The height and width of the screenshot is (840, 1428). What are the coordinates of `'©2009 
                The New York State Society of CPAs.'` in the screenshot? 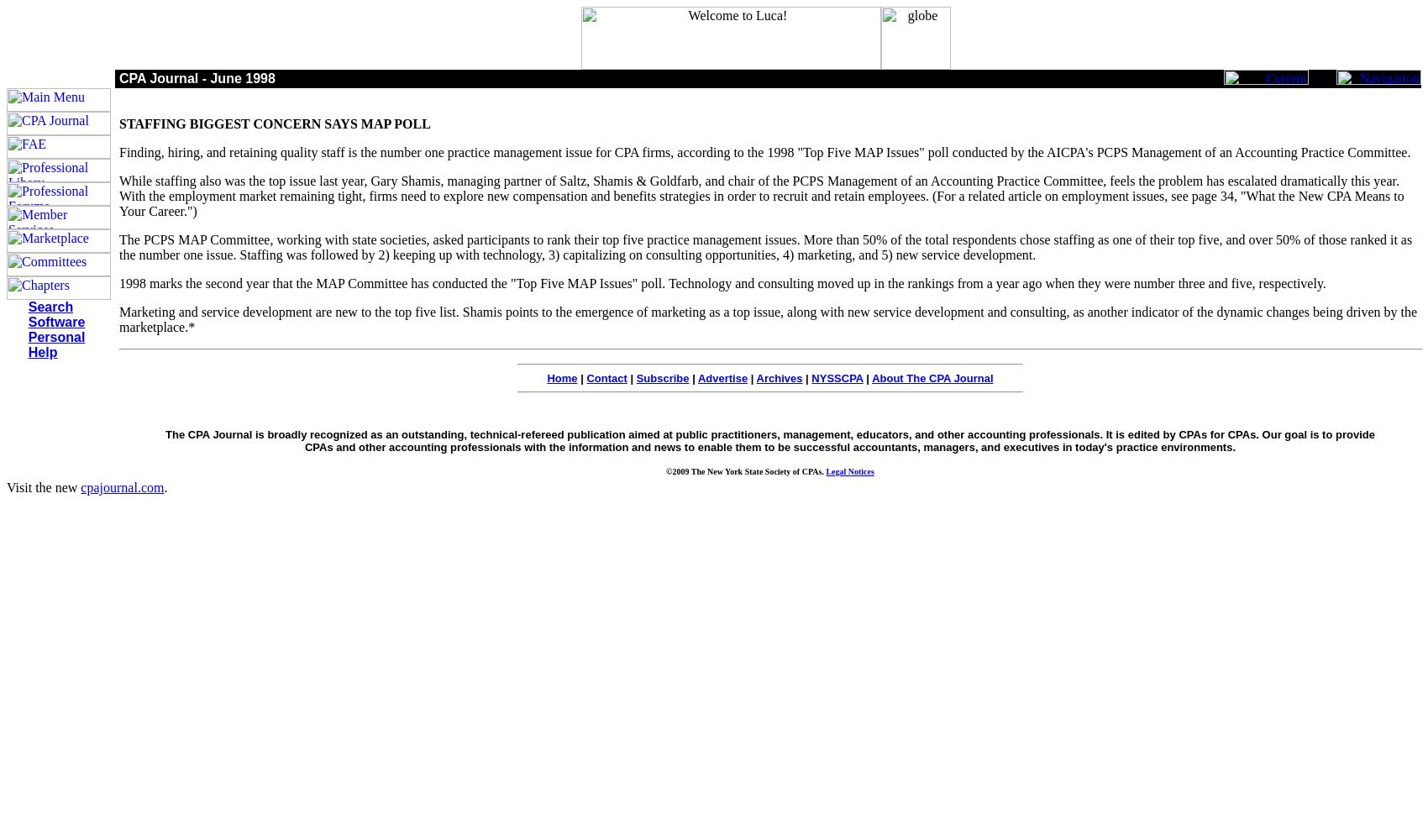 It's located at (665, 471).